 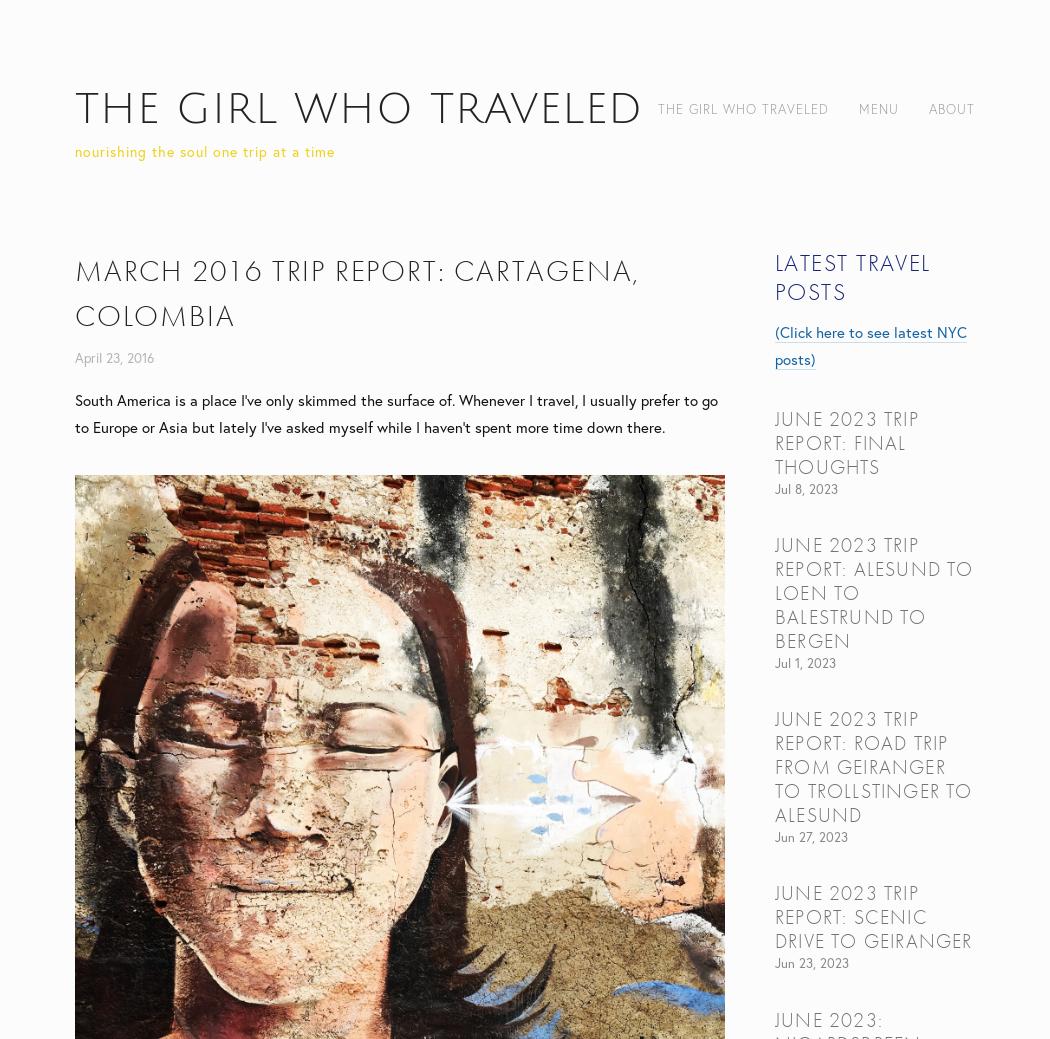 What do you see at coordinates (73, 357) in the screenshot?
I see `'April 23, 2016'` at bounding box center [73, 357].